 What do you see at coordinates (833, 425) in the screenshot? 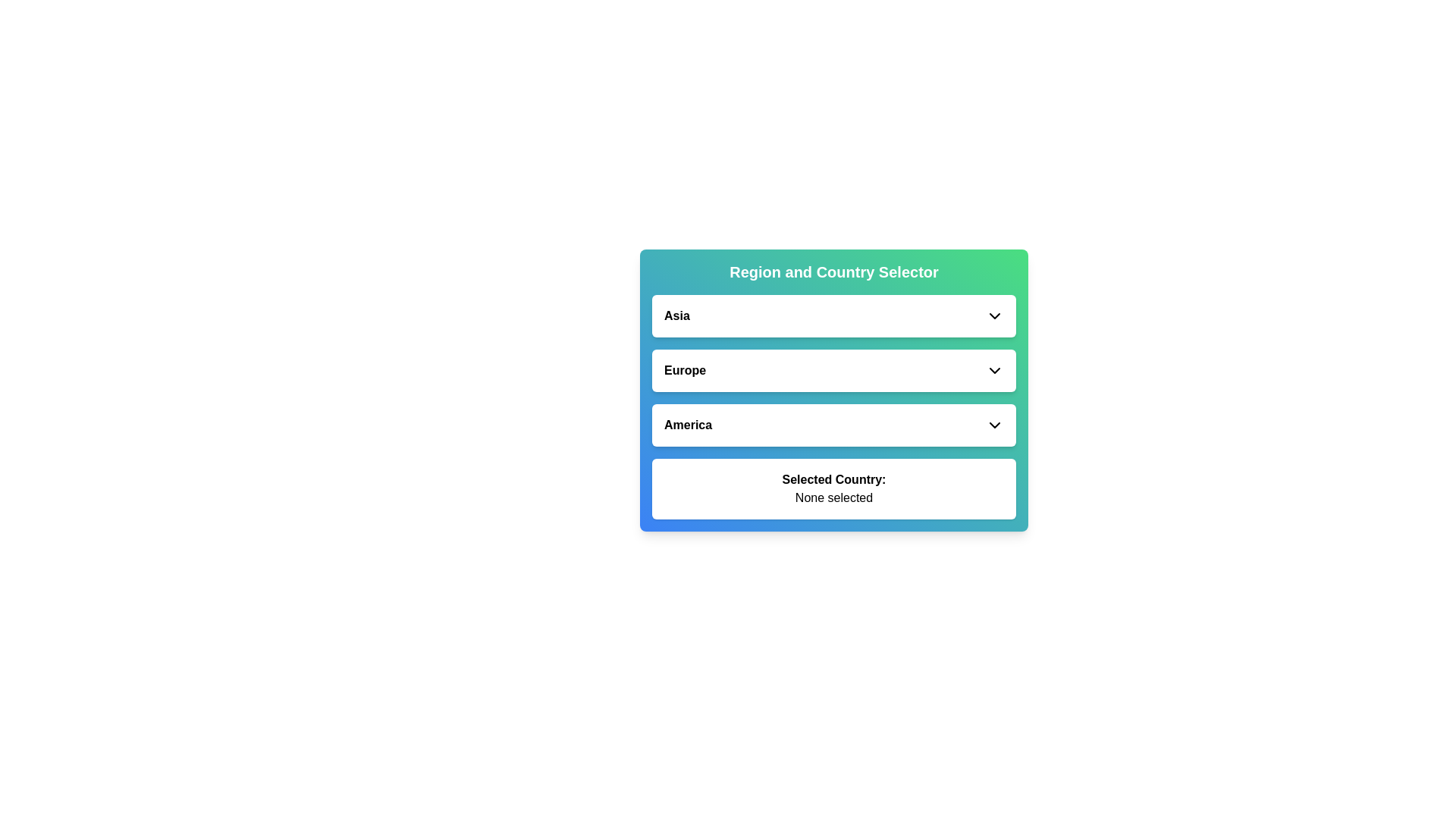
I see `the dropdown item labeled 'America'` at bounding box center [833, 425].